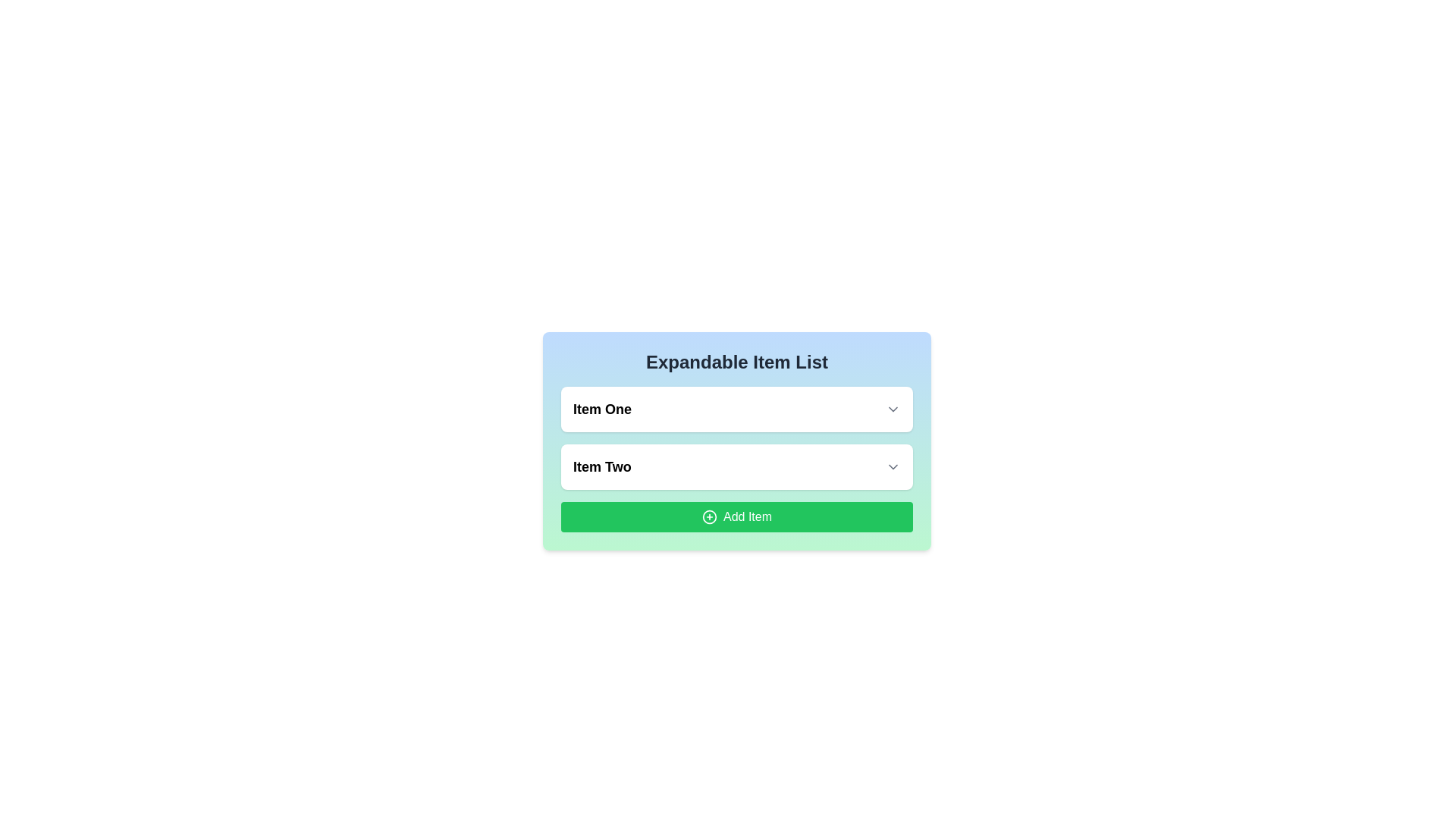 The image size is (1456, 819). What do you see at coordinates (893, 409) in the screenshot?
I see `the interactive icon resembling a downward chevron, located to the right of the label 'Item One', to trigger a hover effect` at bounding box center [893, 409].